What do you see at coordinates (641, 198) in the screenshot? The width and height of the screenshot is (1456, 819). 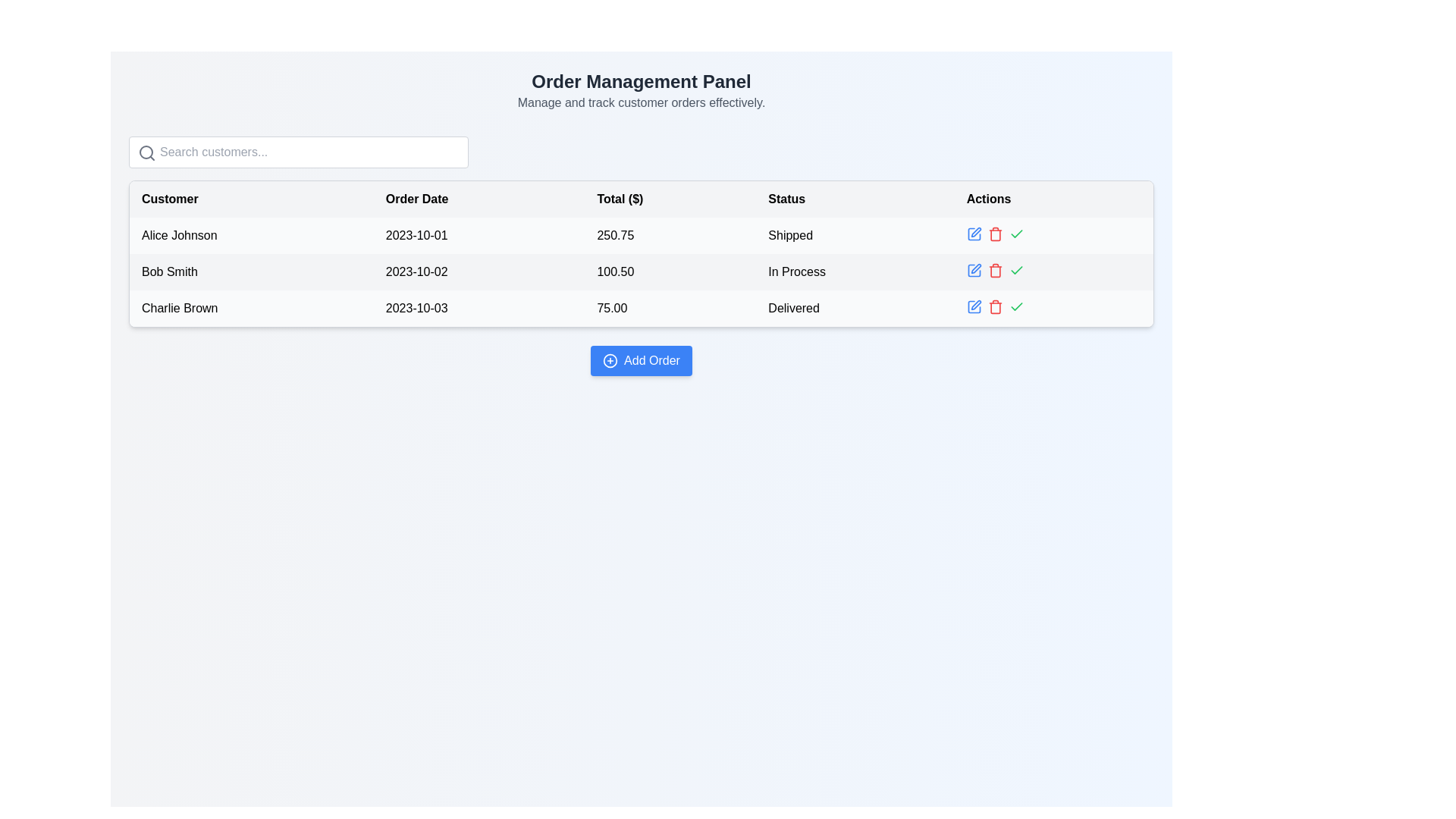 I see `the header row of the table, which has a light gray background and contains the labels 'Customer', 'Order Date', 'Total ($)', 'Status', and 'Actions'` at bounding box center [641, 198].